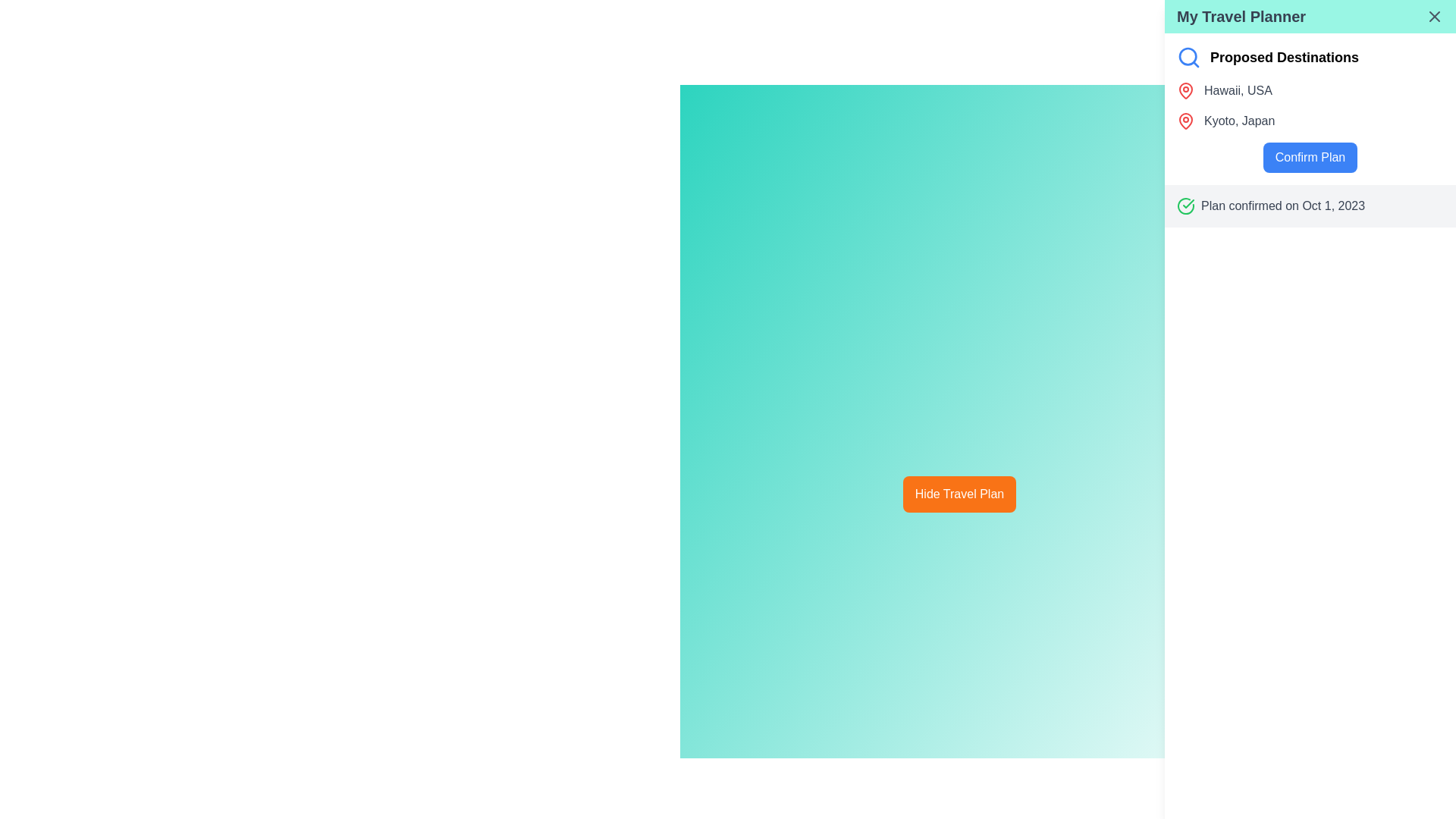 The height and width of the screenshot is (819, 1456). What do you see at coordinates (1284, 57) in the screenshot?
I see `the text label displaying 'Proposed Destinations', which is styled with a bold, large font in black and located near the top-right of the interface` at bounding box center [1284, 57].